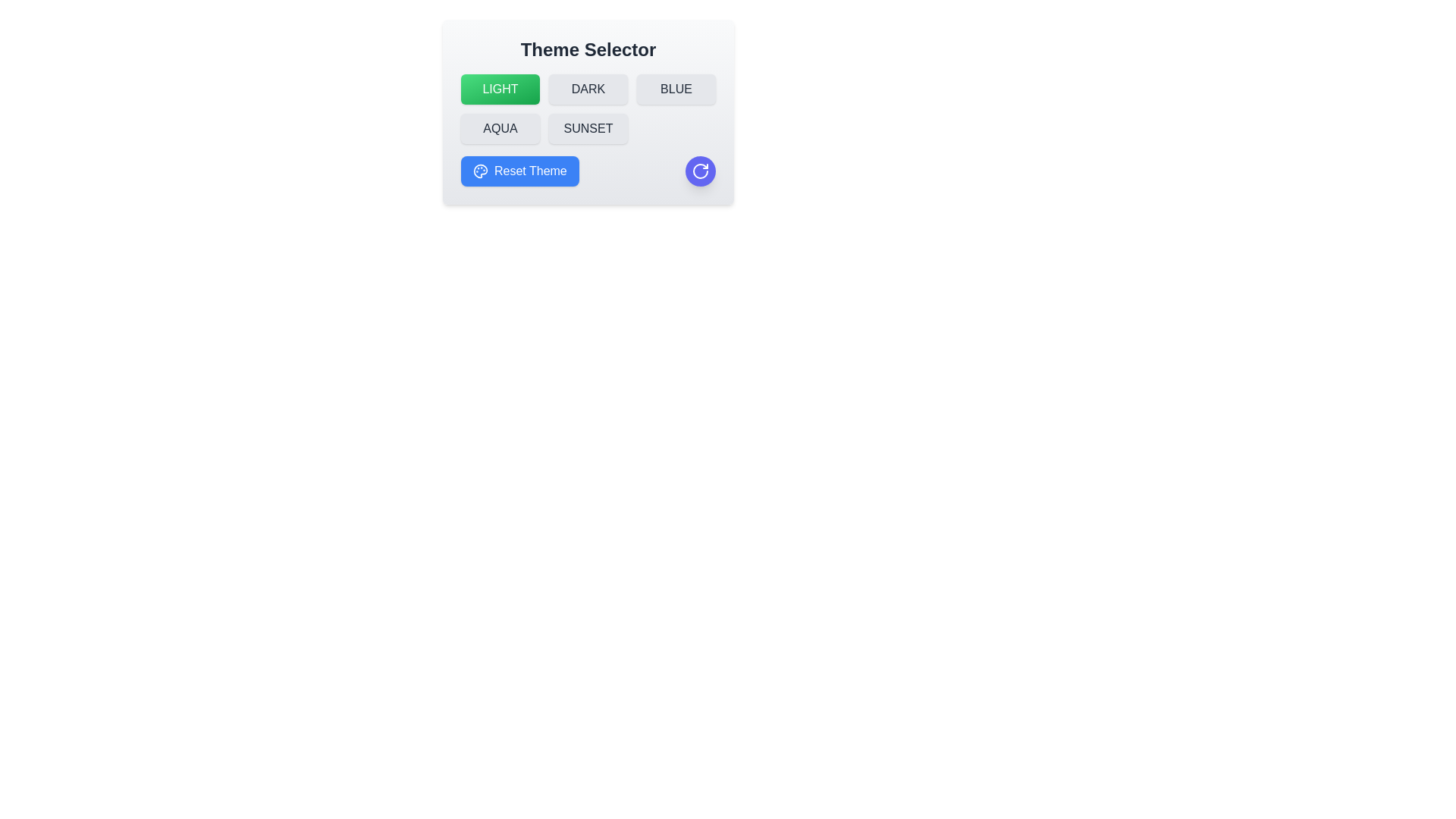  I want to click on the theme button corresponding to SUNSET, so click(588, 127).